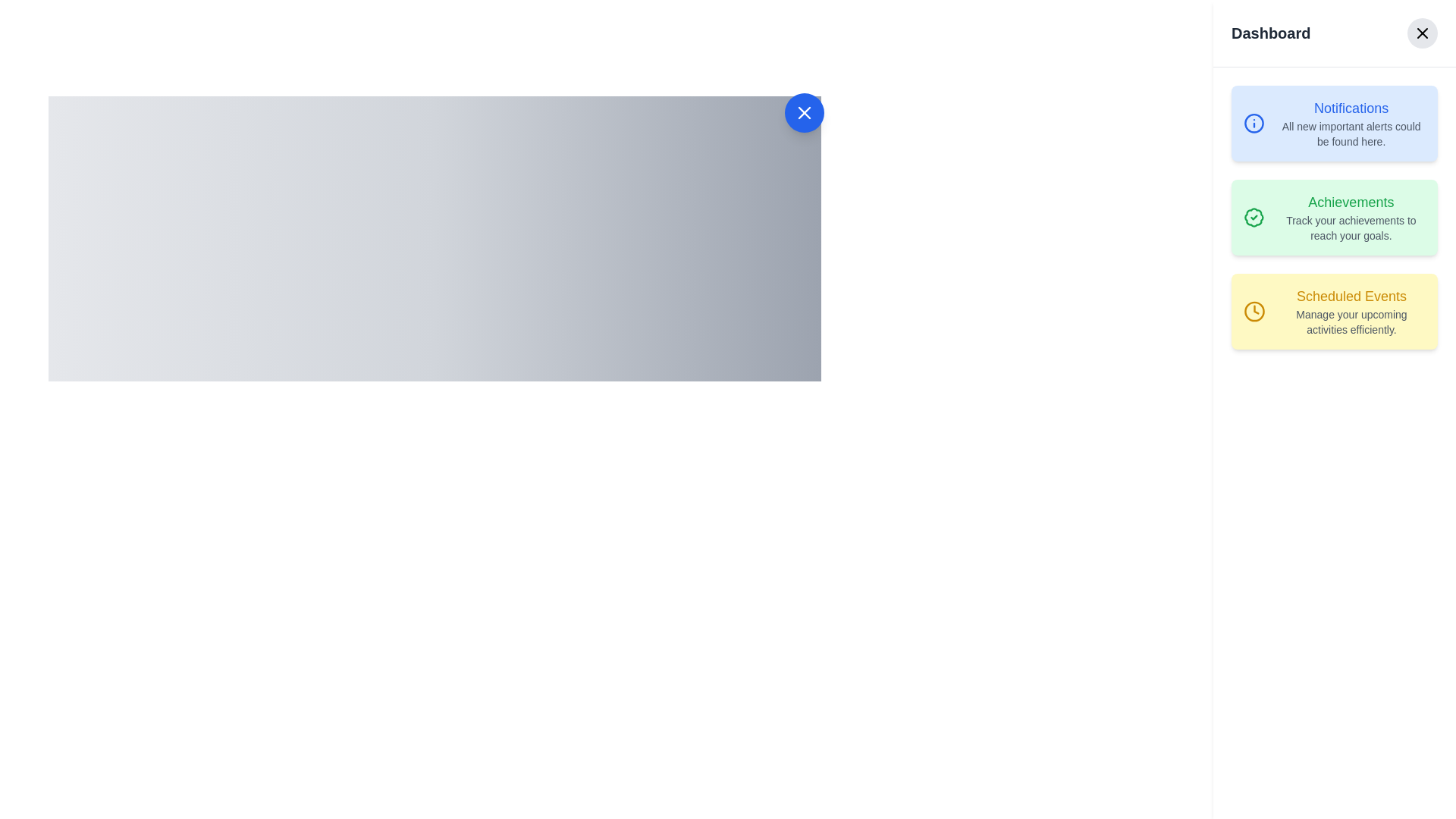 The height and width of the screenshot is (819, 1456). I want to click on the circular button with a light gray background and a black 'X' icon located beside the 'Dashboard' text, so click(1422, 33).